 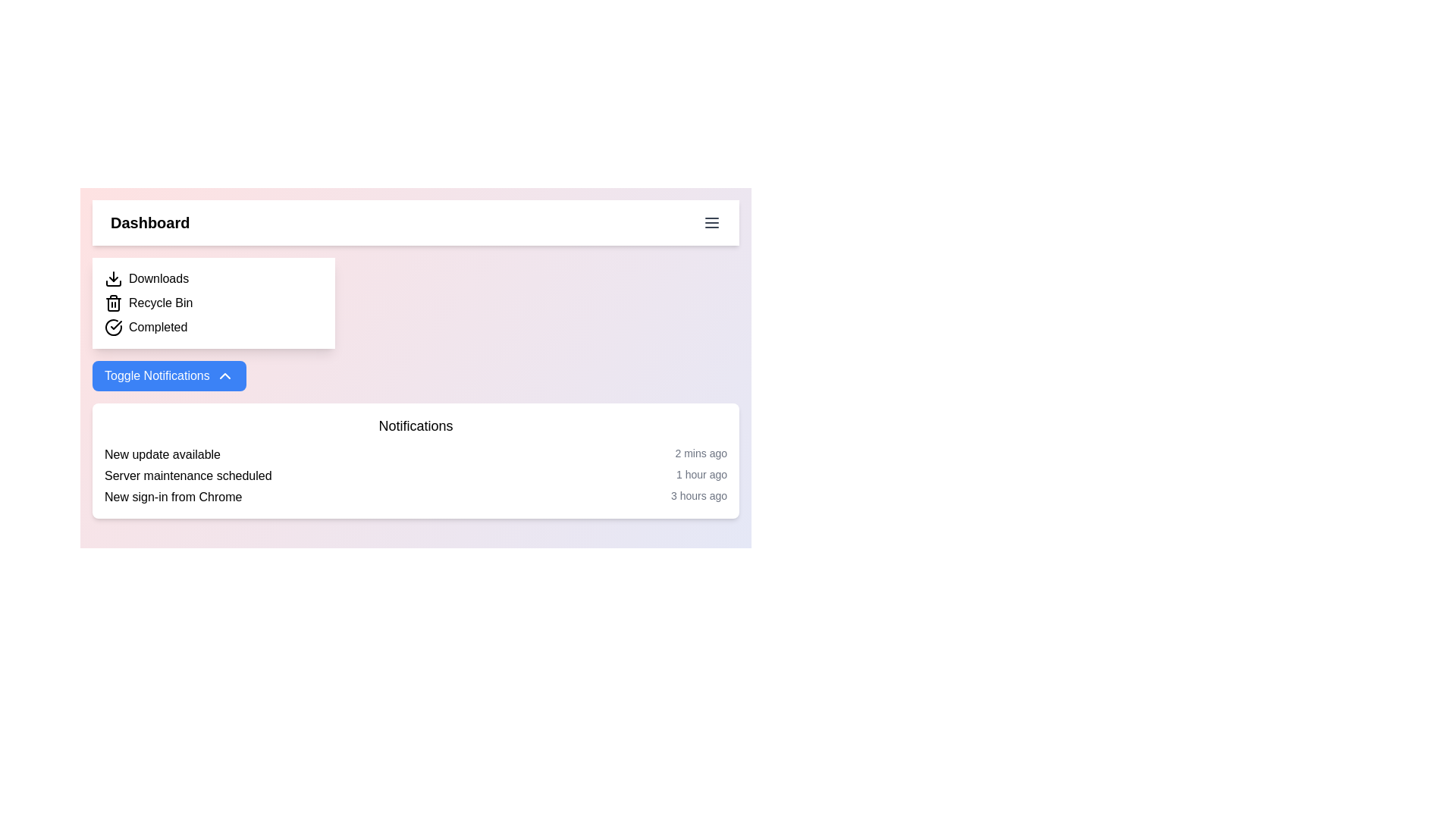 What do you see at coordinates (187, 475) in the screenshot?
I see `the text label displaying 'Server maintenance scheduled' in the Notifications section` at bounding box center [187, 475].